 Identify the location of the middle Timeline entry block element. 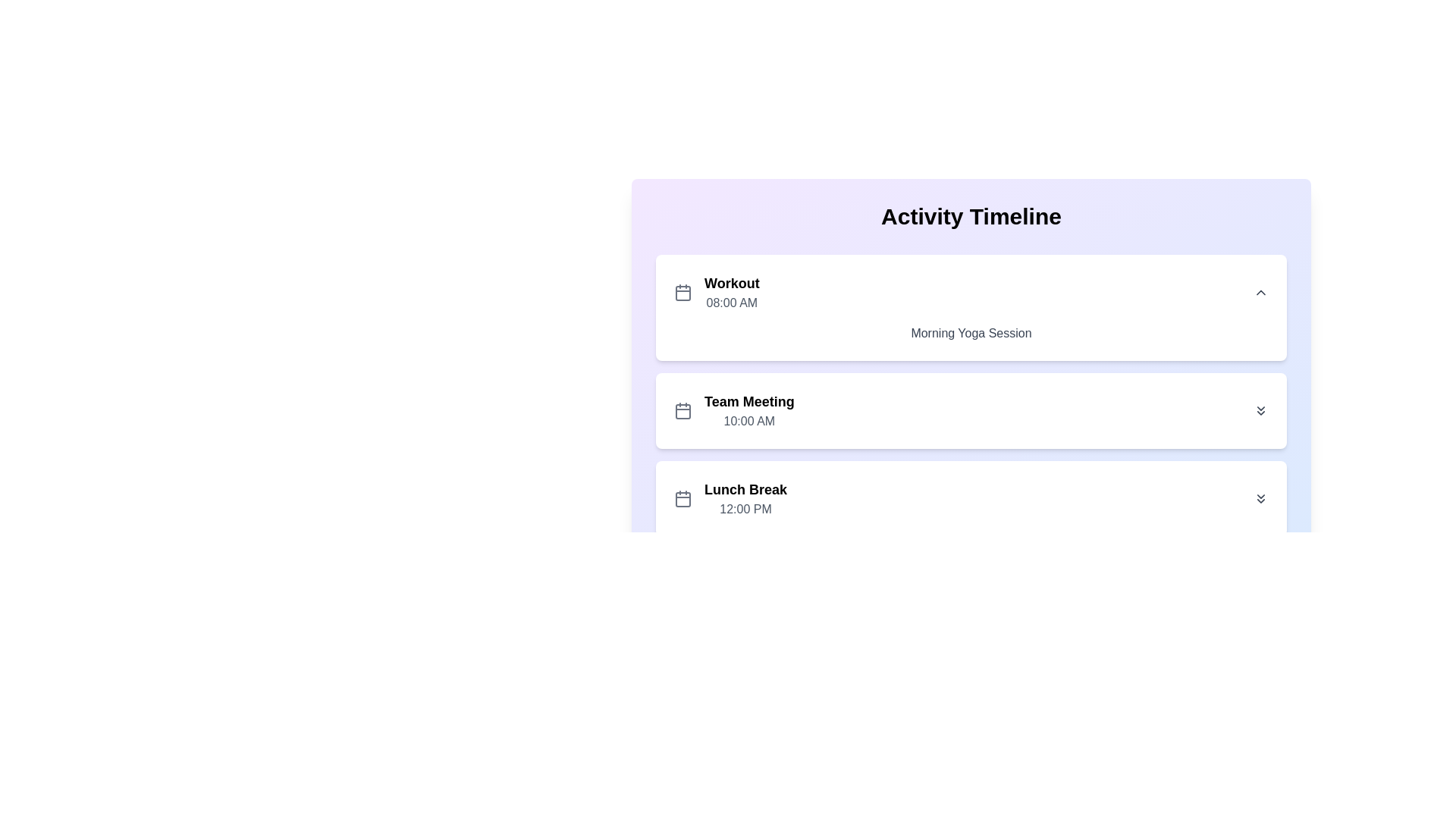
(971, 394).